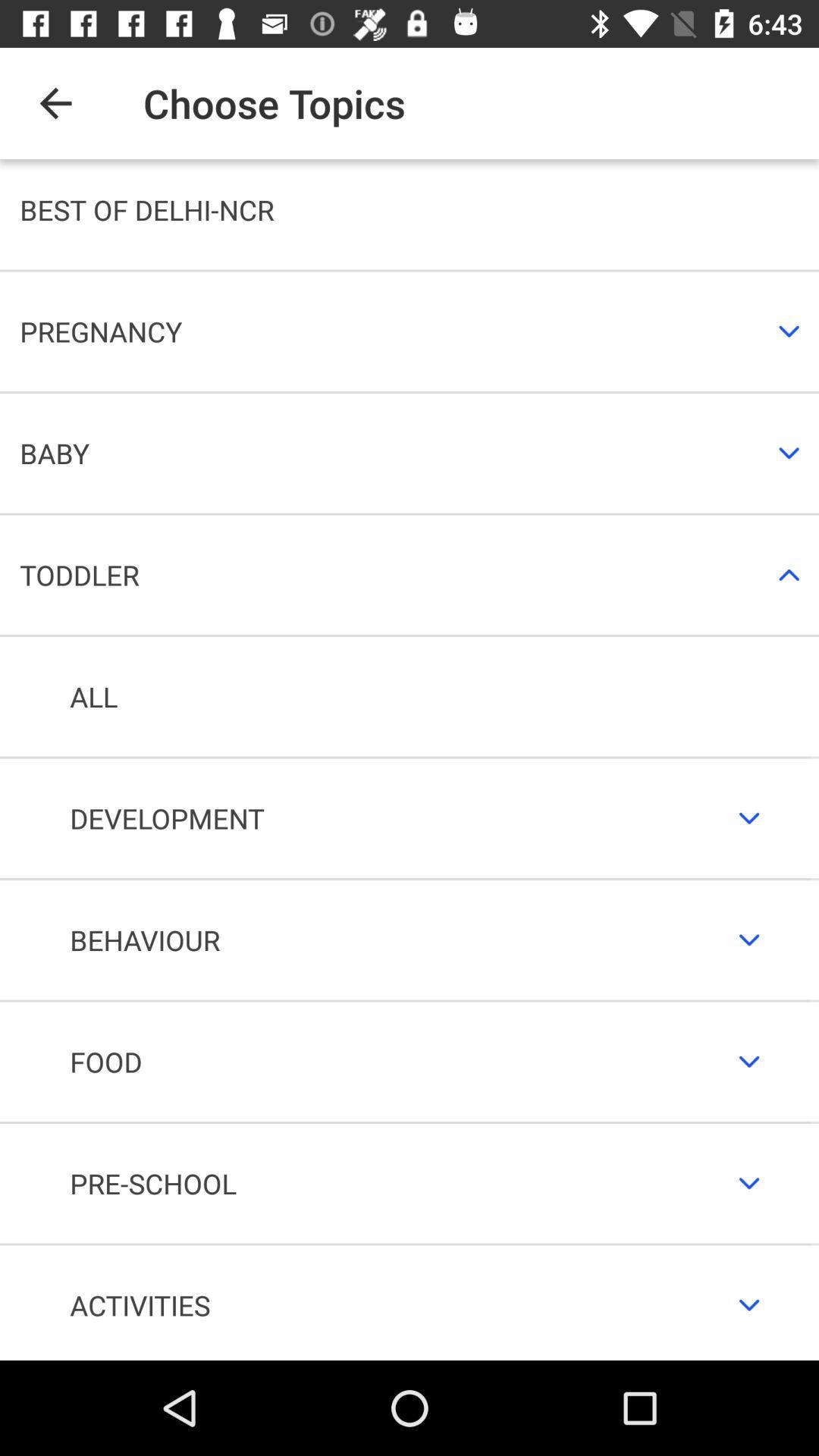  What do you see at coordinates (55, 102) in the screenshot?
I see `the icon at the top left corner` at bounding box center [55, 102].